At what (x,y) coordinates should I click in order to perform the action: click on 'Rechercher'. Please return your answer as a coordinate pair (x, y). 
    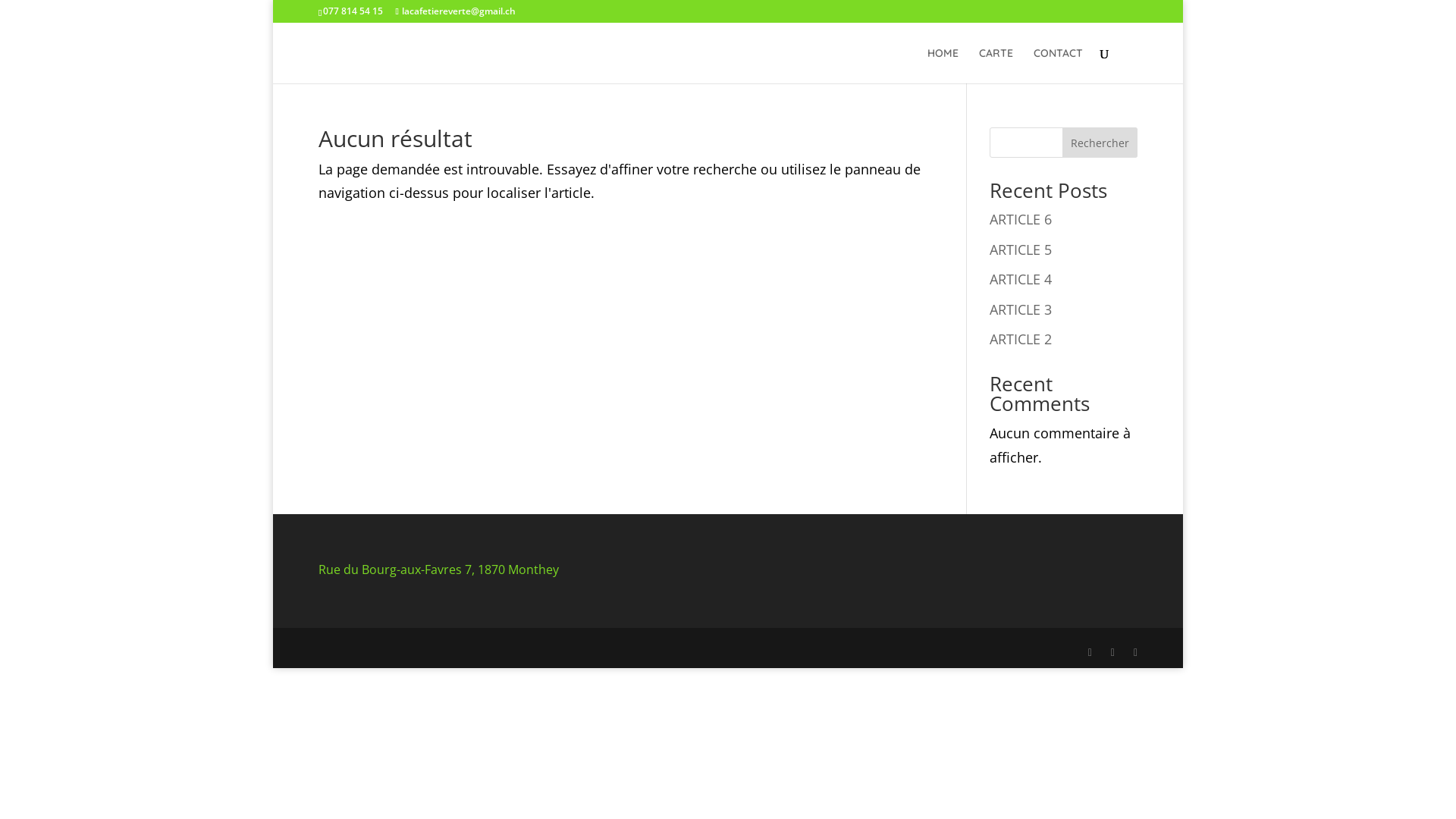
    Looking at the image, I should click on (1100, 143).